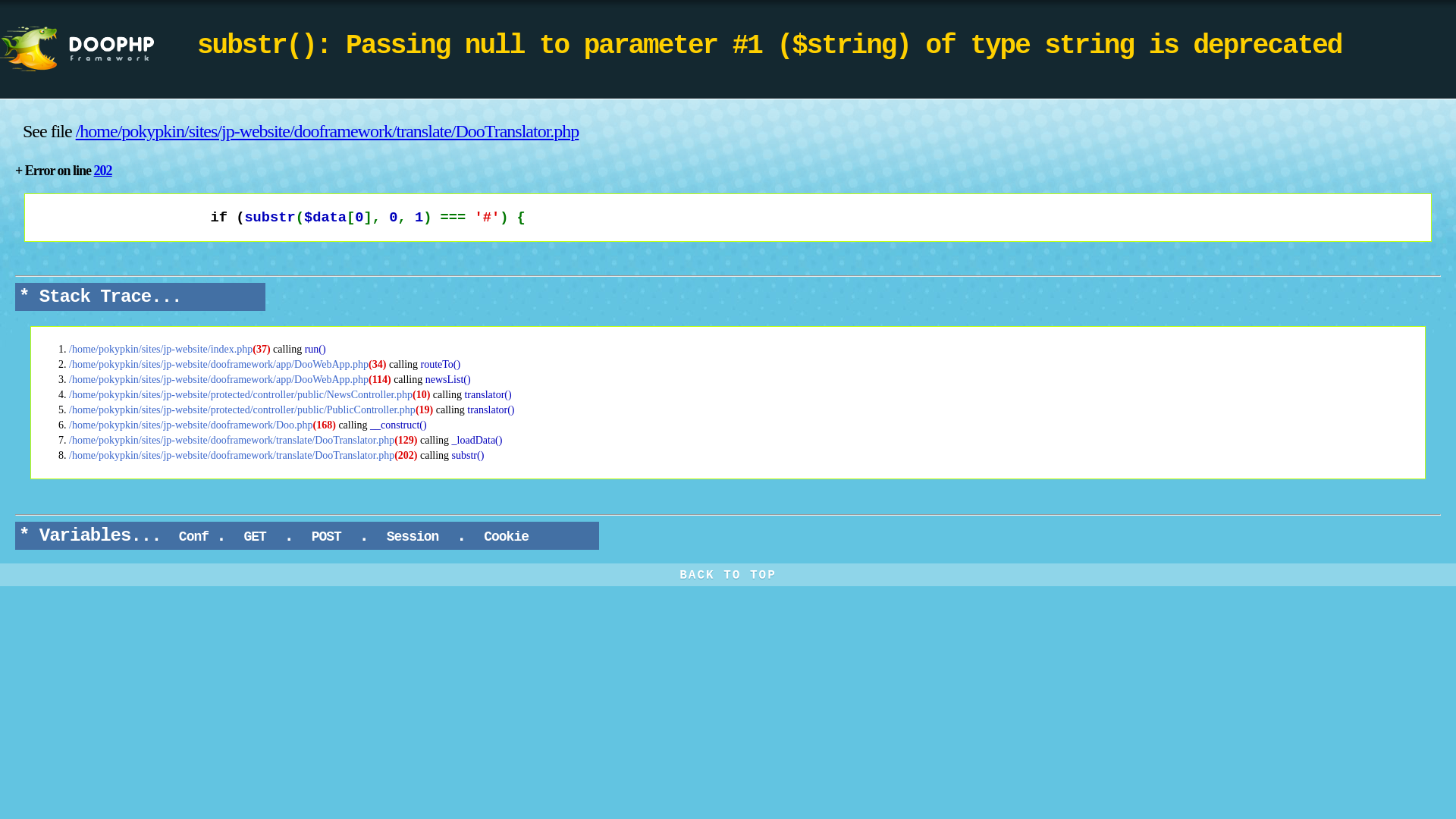 The width and height of the screenshot is (1456, 819). I want to click on 'DooPHP', so click(97, 49).